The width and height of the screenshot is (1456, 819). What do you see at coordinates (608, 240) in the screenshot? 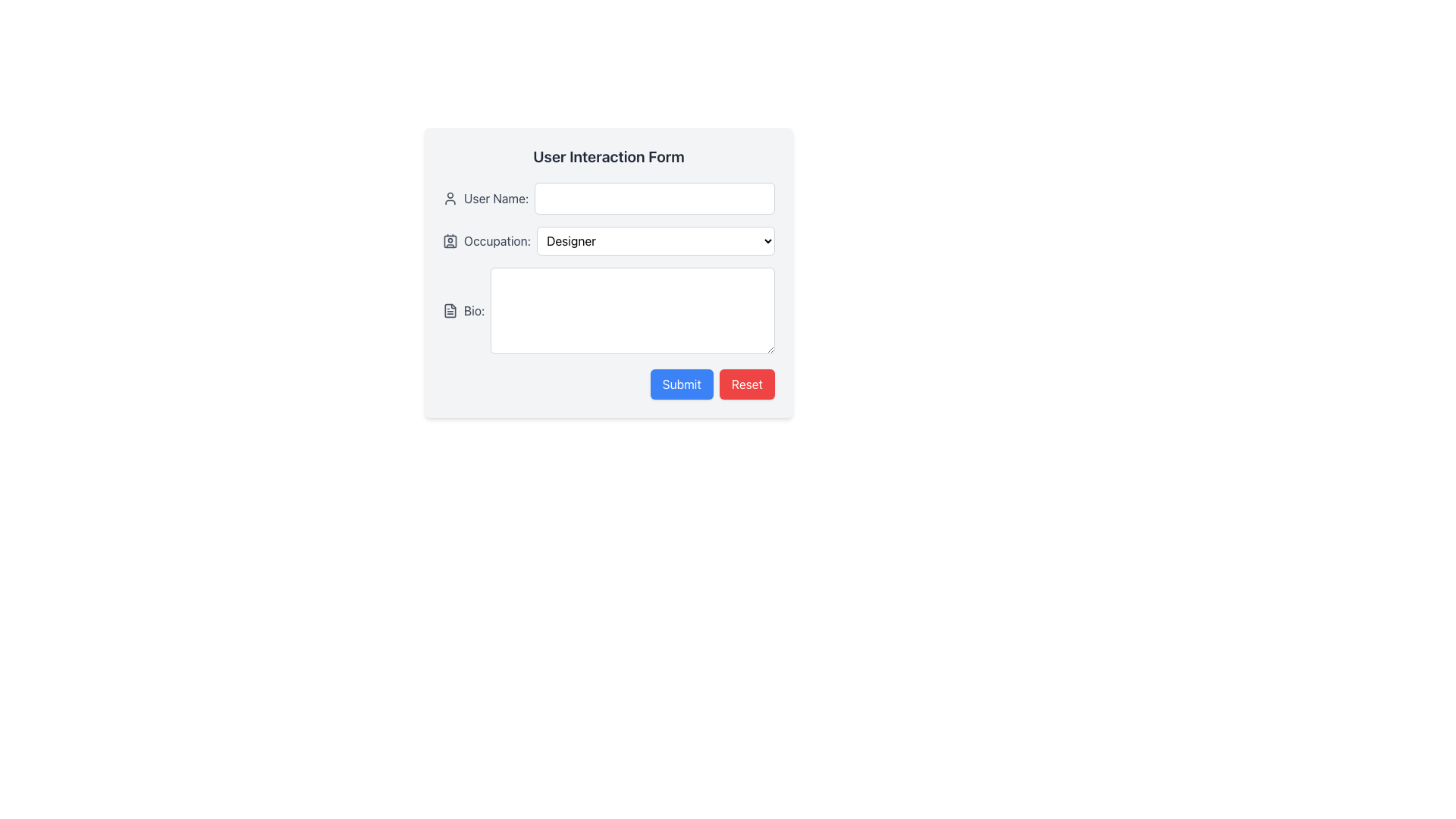
I see `the dropdown menu labeled 'Occupation:'` at bounding box center [608, 240].